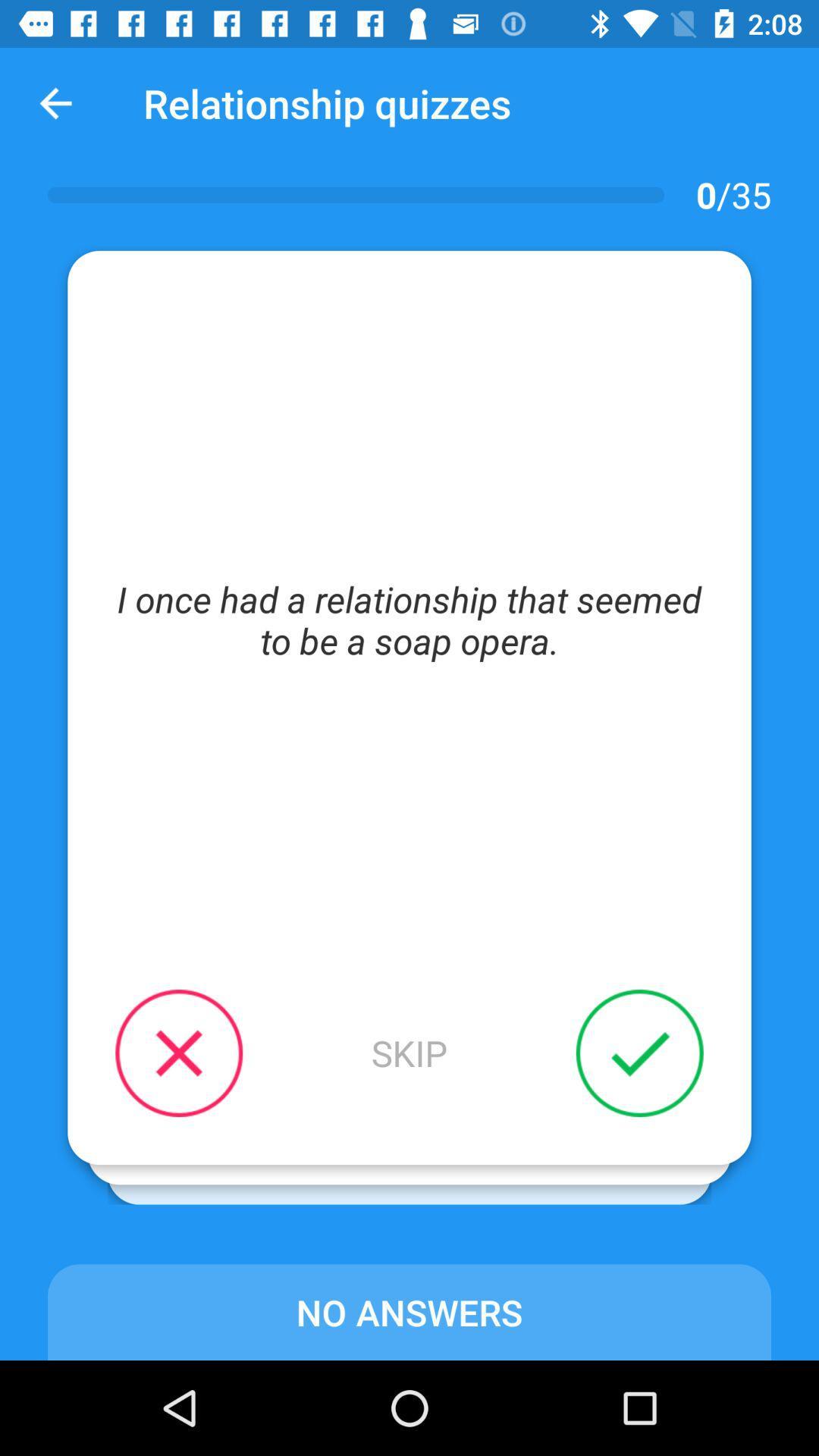  What do you see at coordinates (409, 1052) in the screenshot?
I see `skip option` at bounding box center [409, 1052].